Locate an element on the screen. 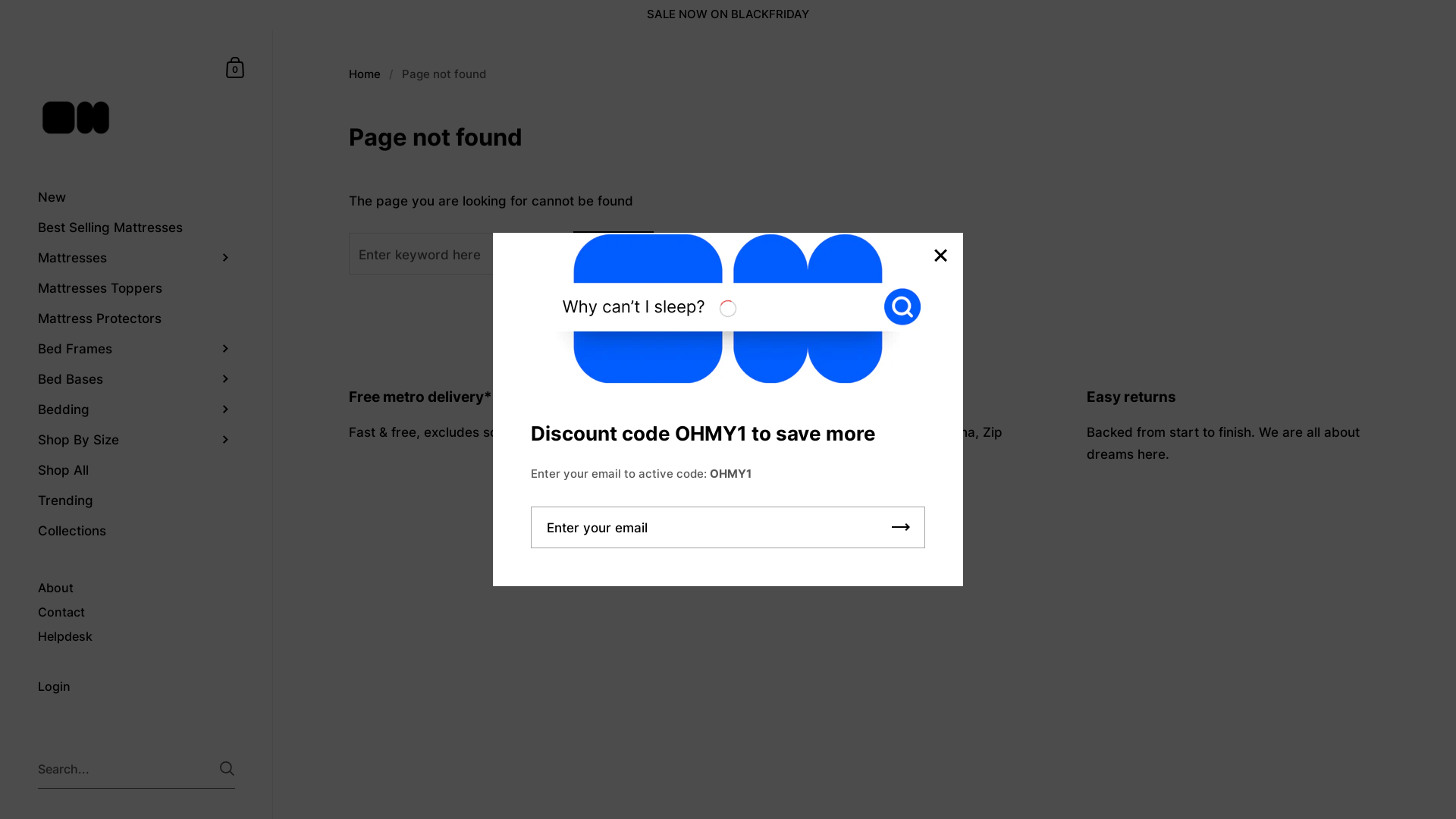 This screenshot has width=1456, height=819. 'Mattresses' is located at coordinates (136, 256).